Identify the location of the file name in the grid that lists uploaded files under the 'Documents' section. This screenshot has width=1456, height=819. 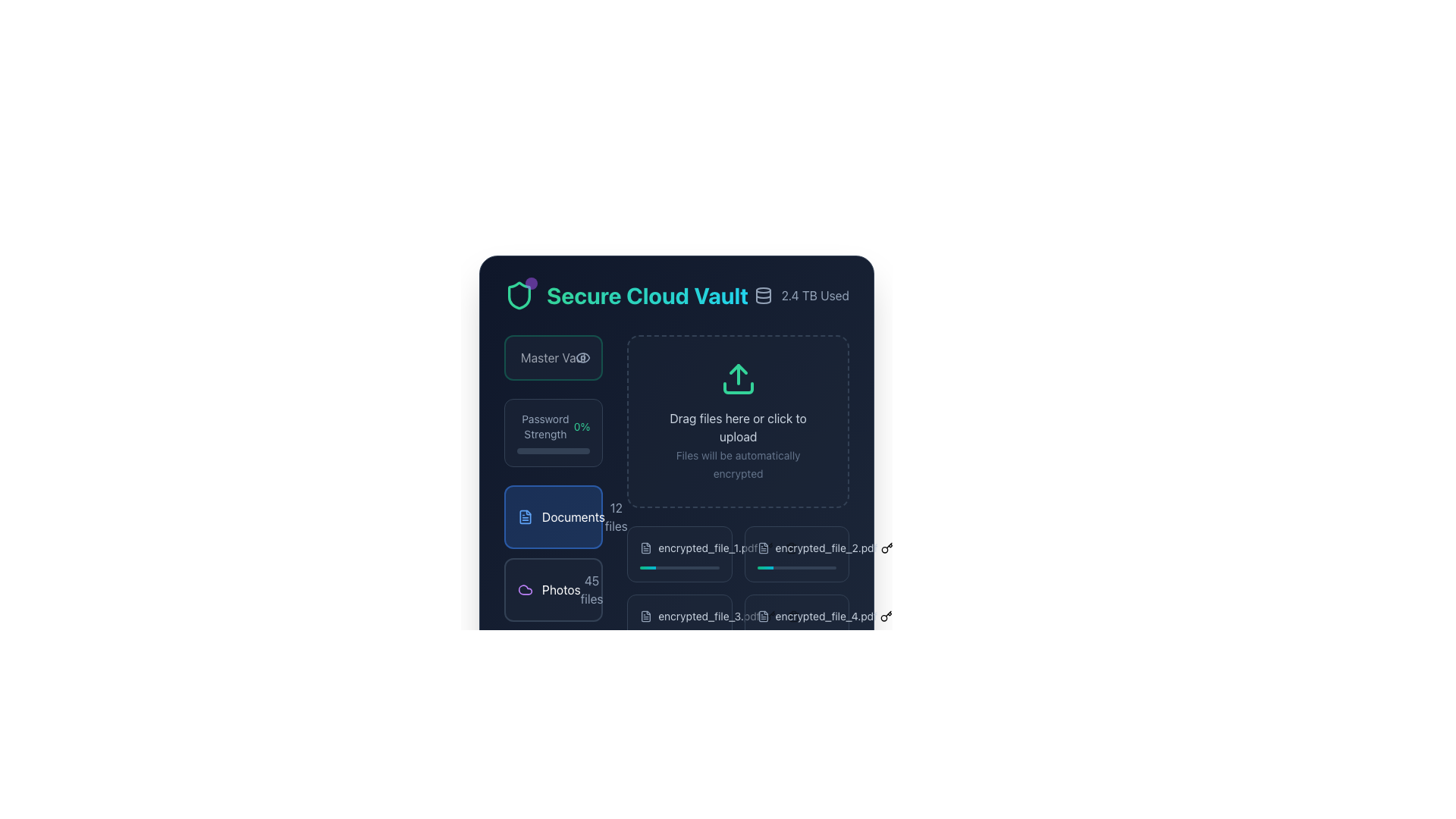
(738, 587).